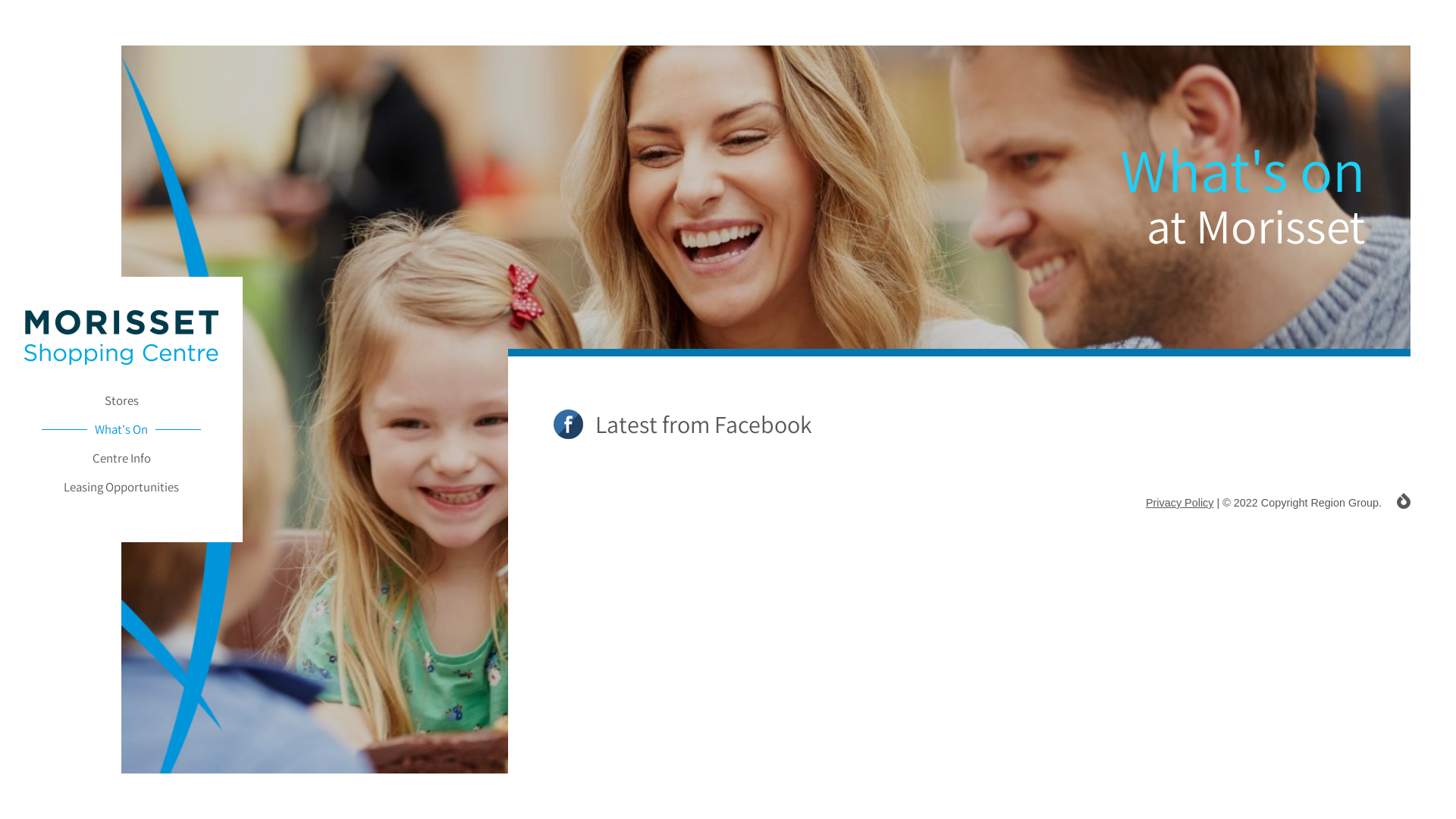  Describe the element at coordinates (120, 457) in the screenshot. I see `'Centre Info'` at that location.